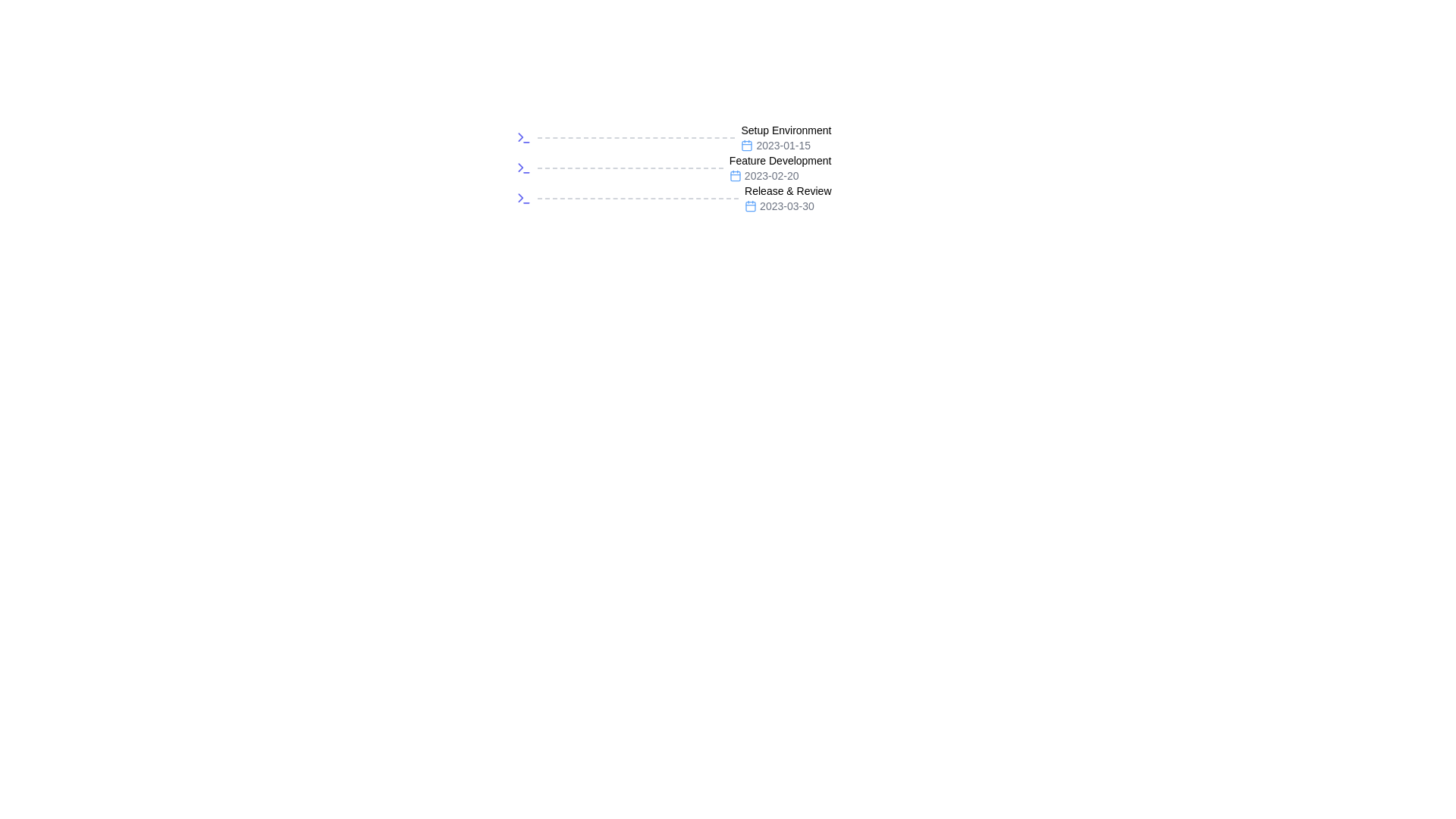 The width and height of the screenshot is (1456, 819). Describe the element at coordinates (747, 146) in the screenshot. I see `the filled box inside the calendar icon, which represents a date, located to the right of a task label` at that location.